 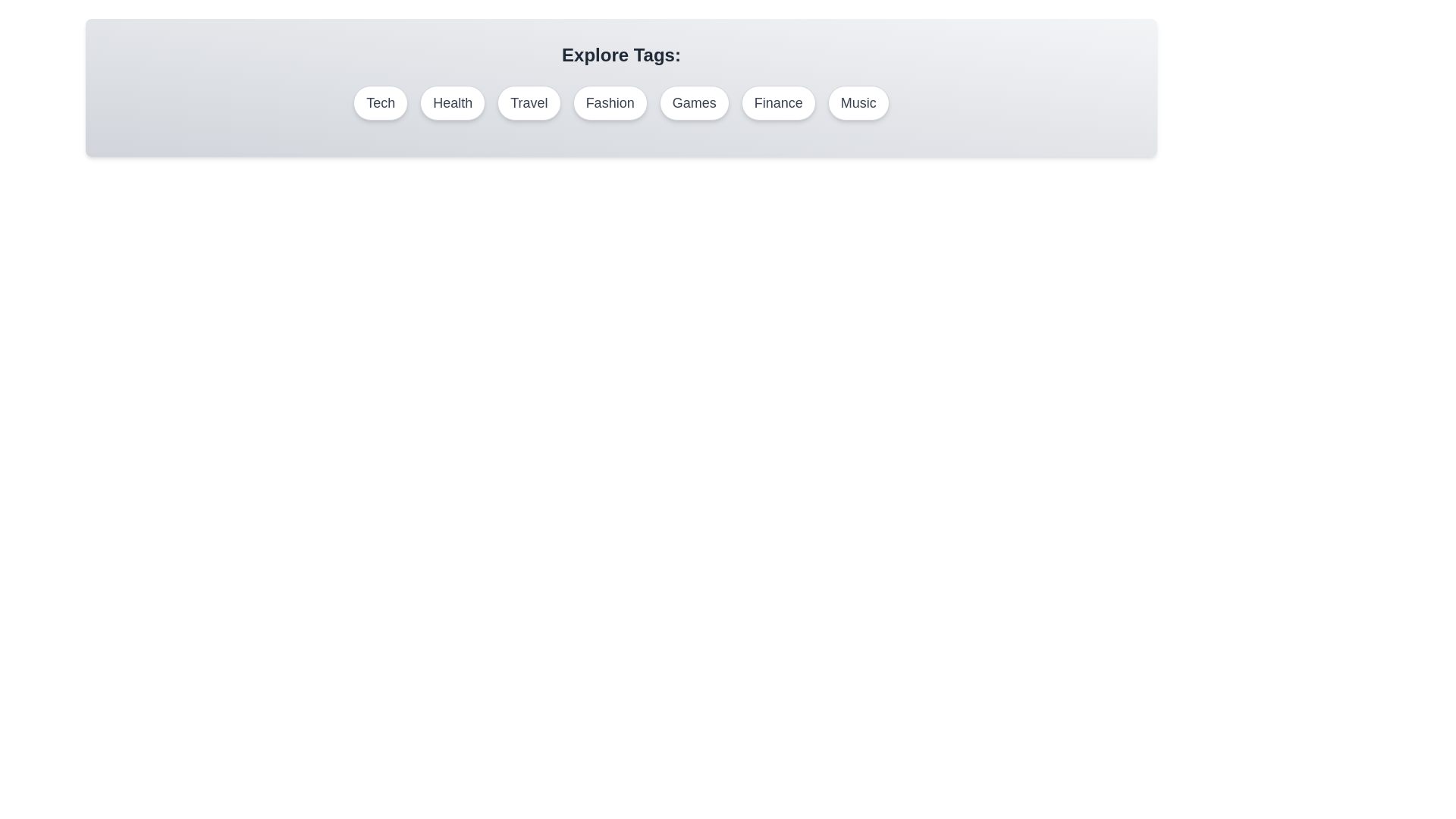 What do you see at coordinates (858, 102) in the screenshot?
I see `the tag labeled Music to select it` at bounding box center [858, 102].